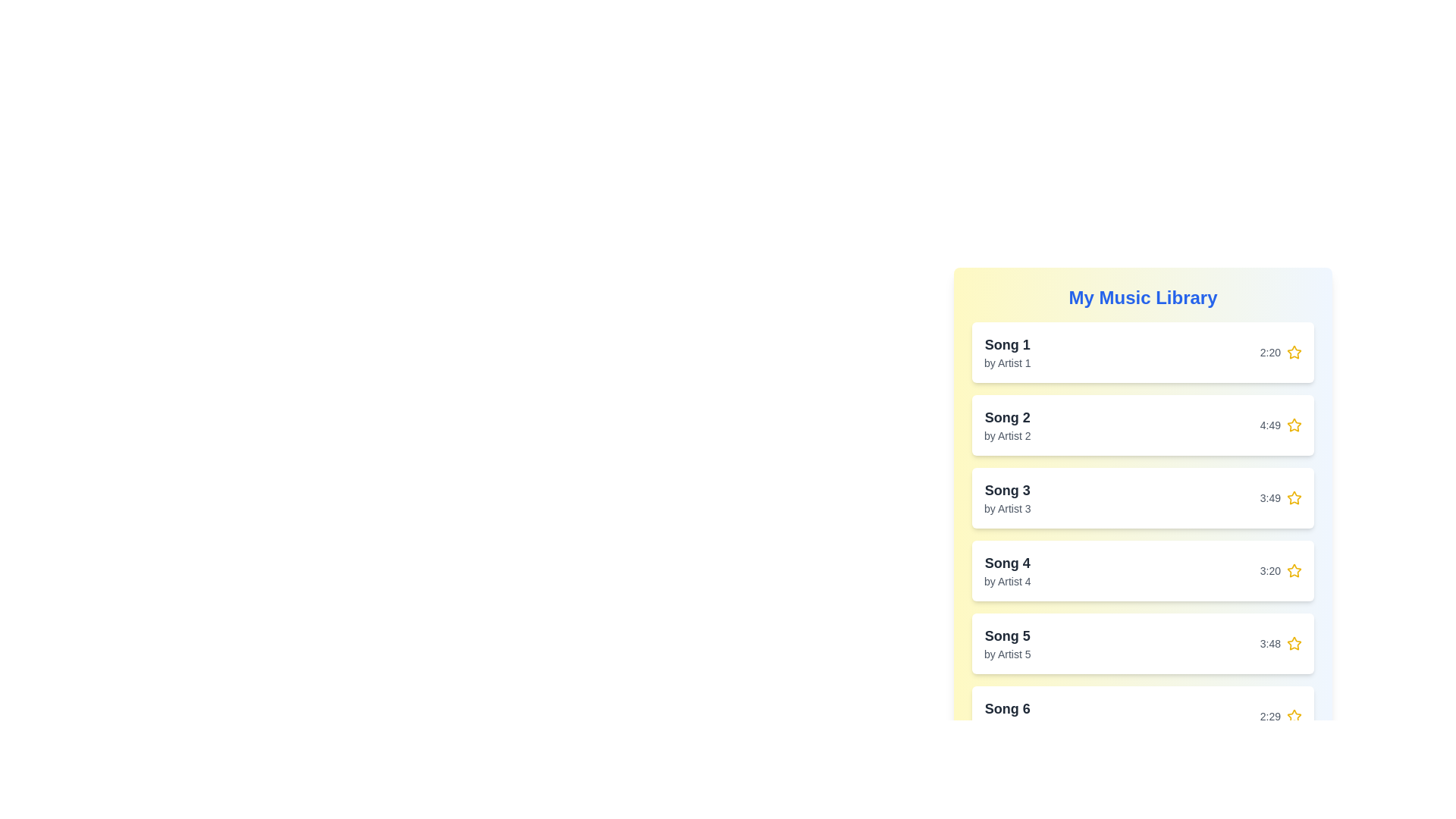 This screenshot has height=819, width=1456. Describe the element at coordinates (1280, 570) in the screenshot. I see `the icon located at the bottom-right corner of the card labeled 'Song 4 by Artist 4' in the music library list` at that location.